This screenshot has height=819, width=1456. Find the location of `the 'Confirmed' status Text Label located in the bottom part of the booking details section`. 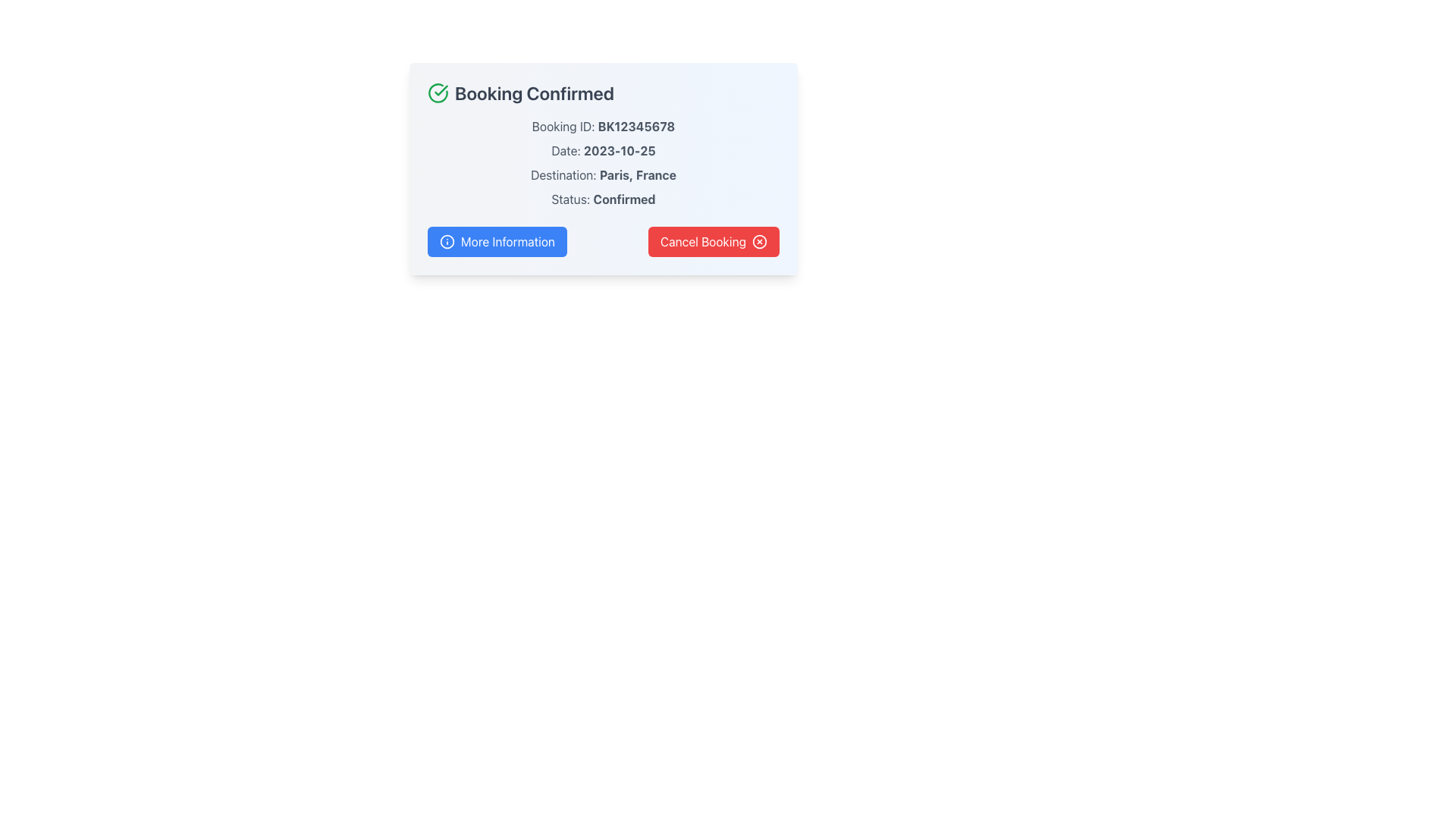

the 'Confirmed' status Text Label located in the bottom part of the booking details section is located at coordinates (603, 198).